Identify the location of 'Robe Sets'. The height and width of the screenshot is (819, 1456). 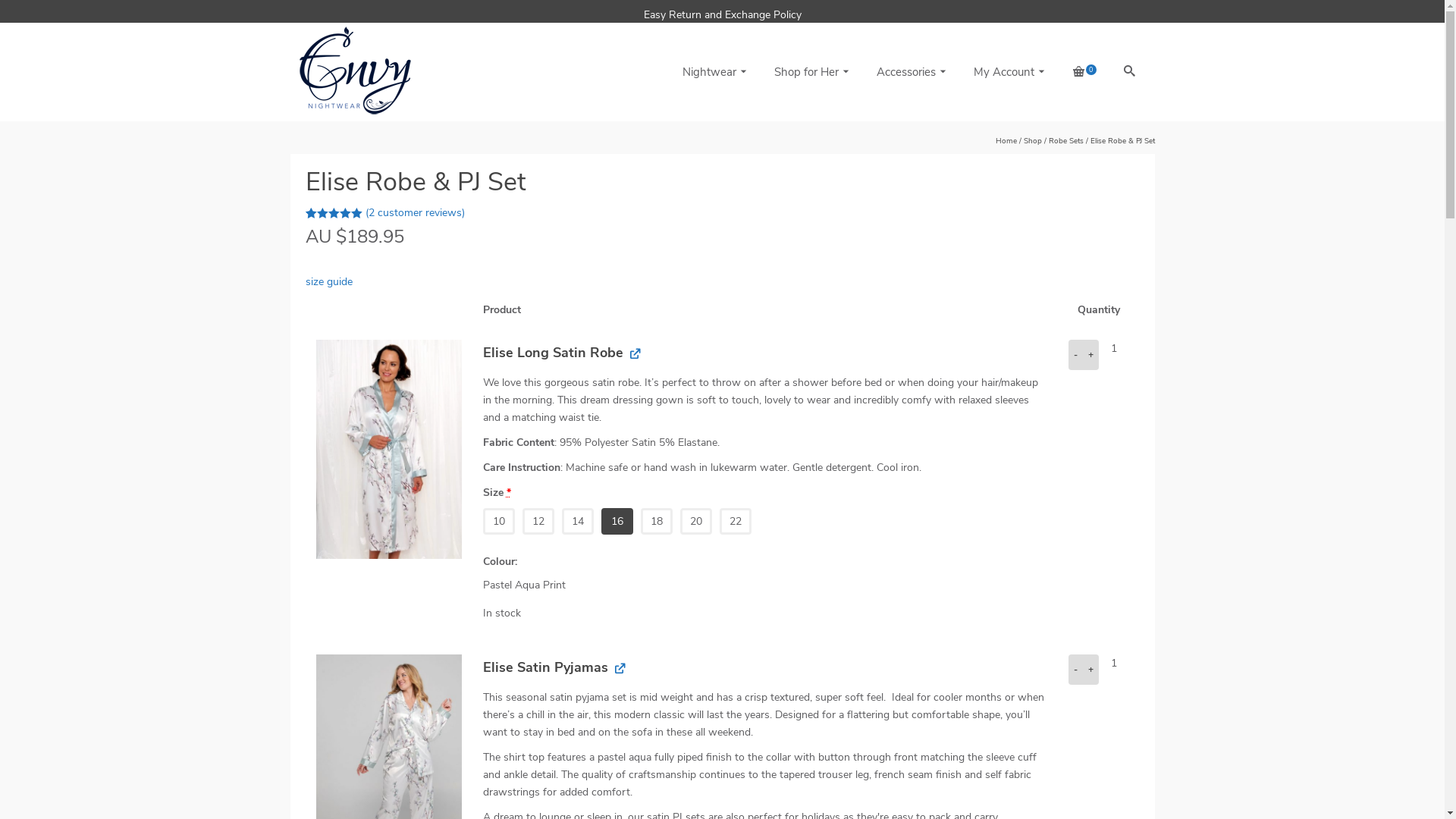
(1065, 140).